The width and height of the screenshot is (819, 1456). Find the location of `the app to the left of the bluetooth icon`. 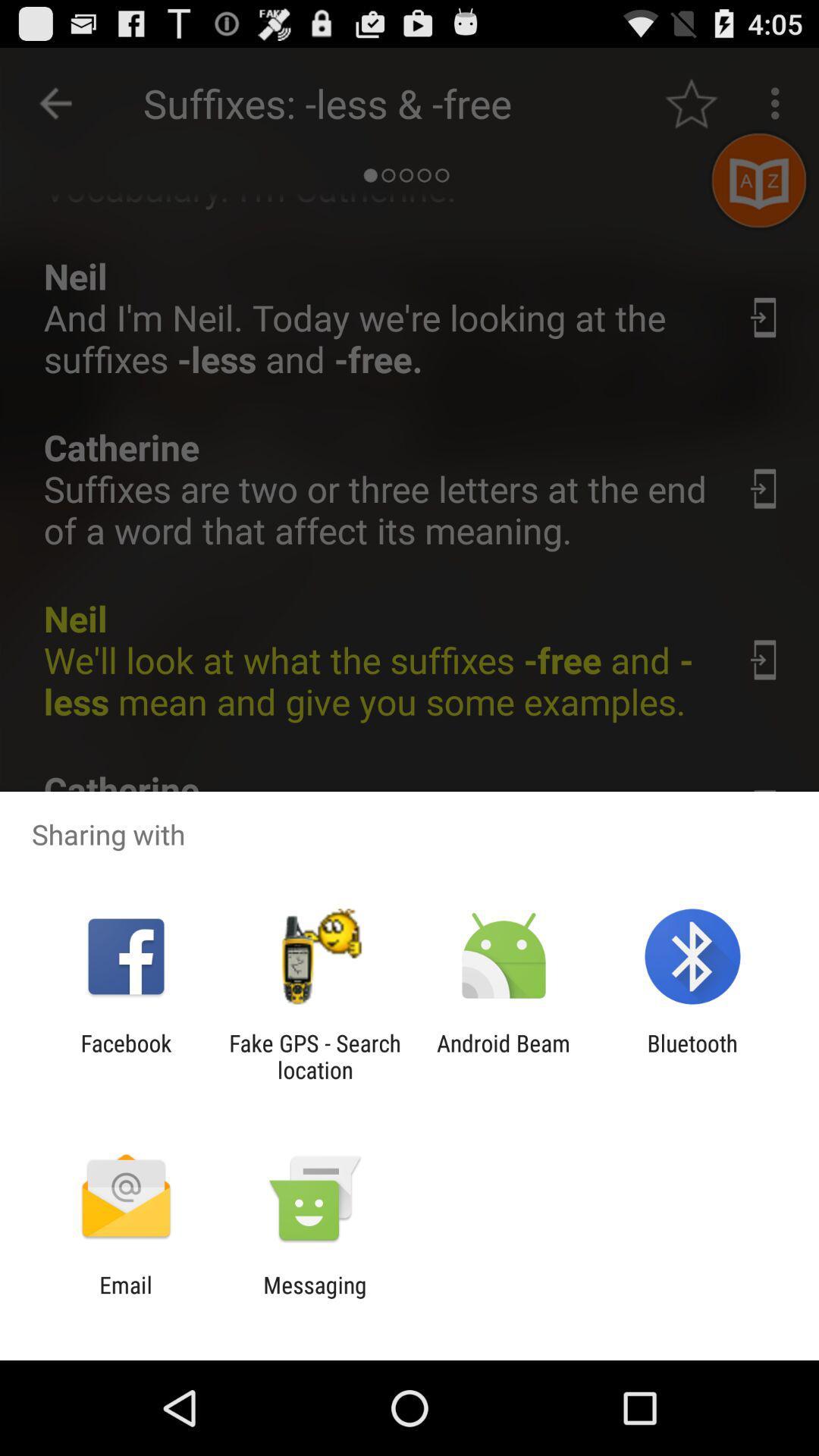

the app to the left of the bluetooth icon is located at coordinates (504, 1056).